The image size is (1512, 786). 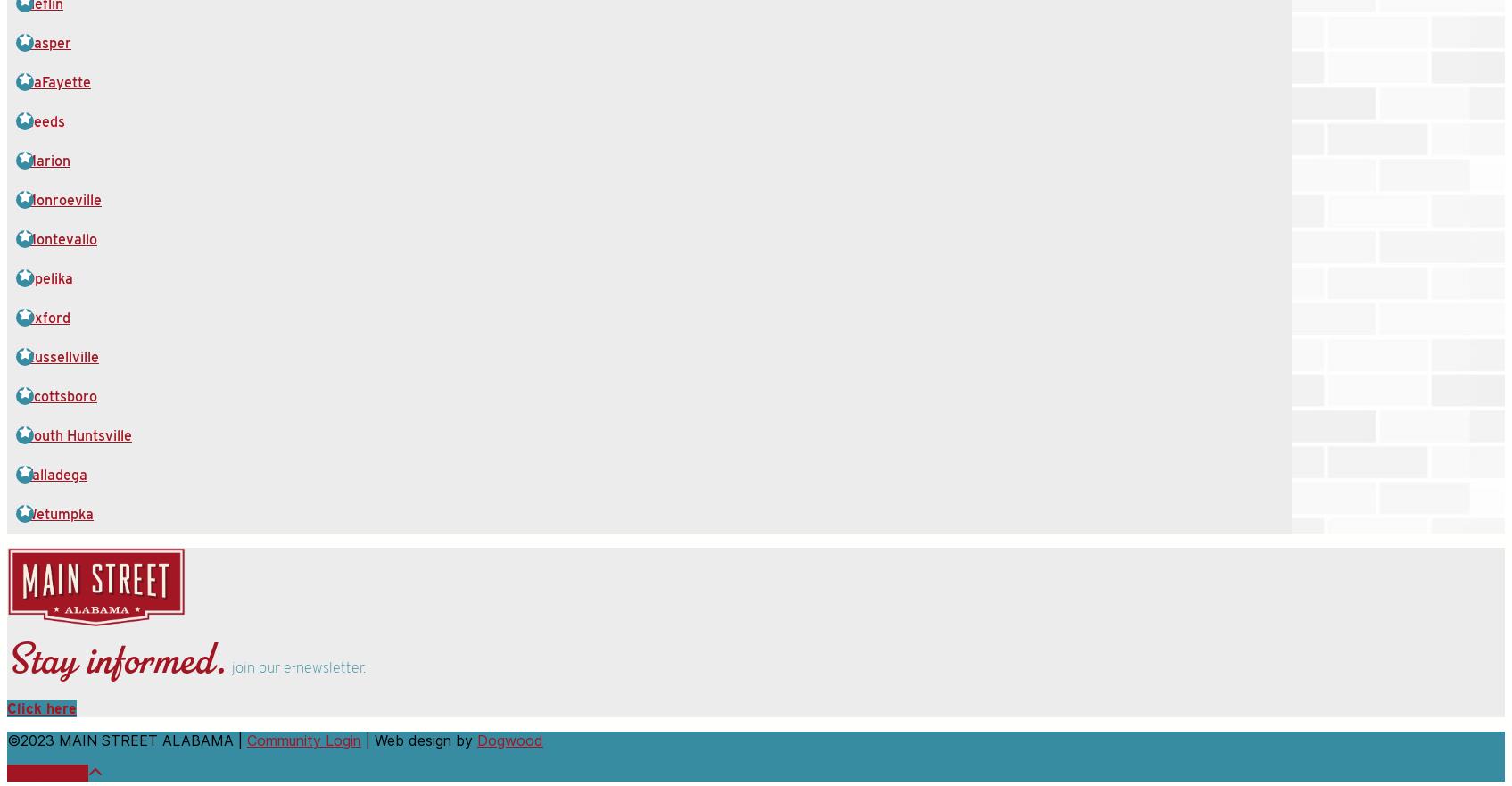 What do you see at coordinates (60, 239) in the screenshot?
I see `'Montevallo'` at bounding box center [60, 239].